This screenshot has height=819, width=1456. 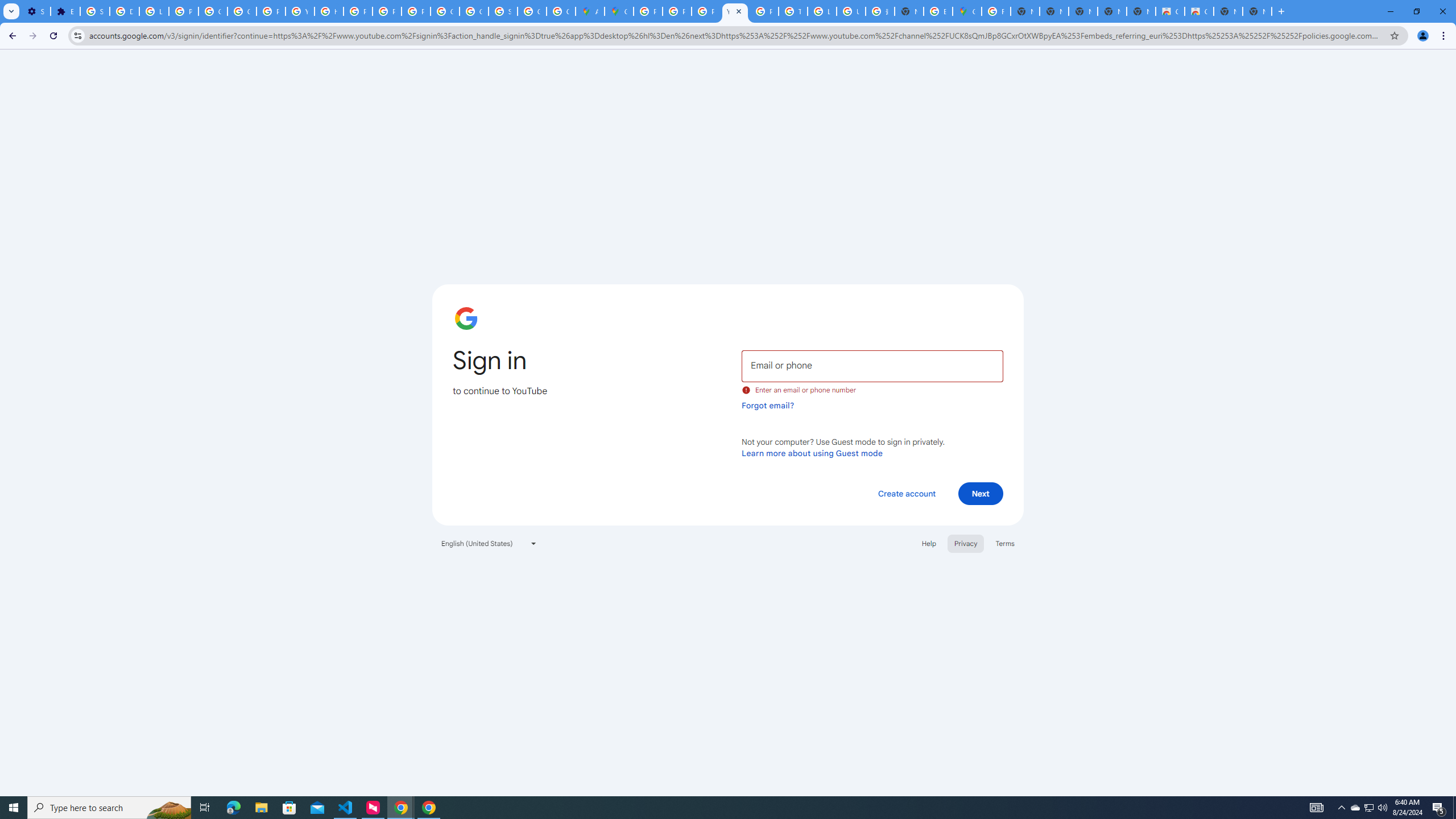 I want to click on 'YouTube', so click(x=734, y=11).